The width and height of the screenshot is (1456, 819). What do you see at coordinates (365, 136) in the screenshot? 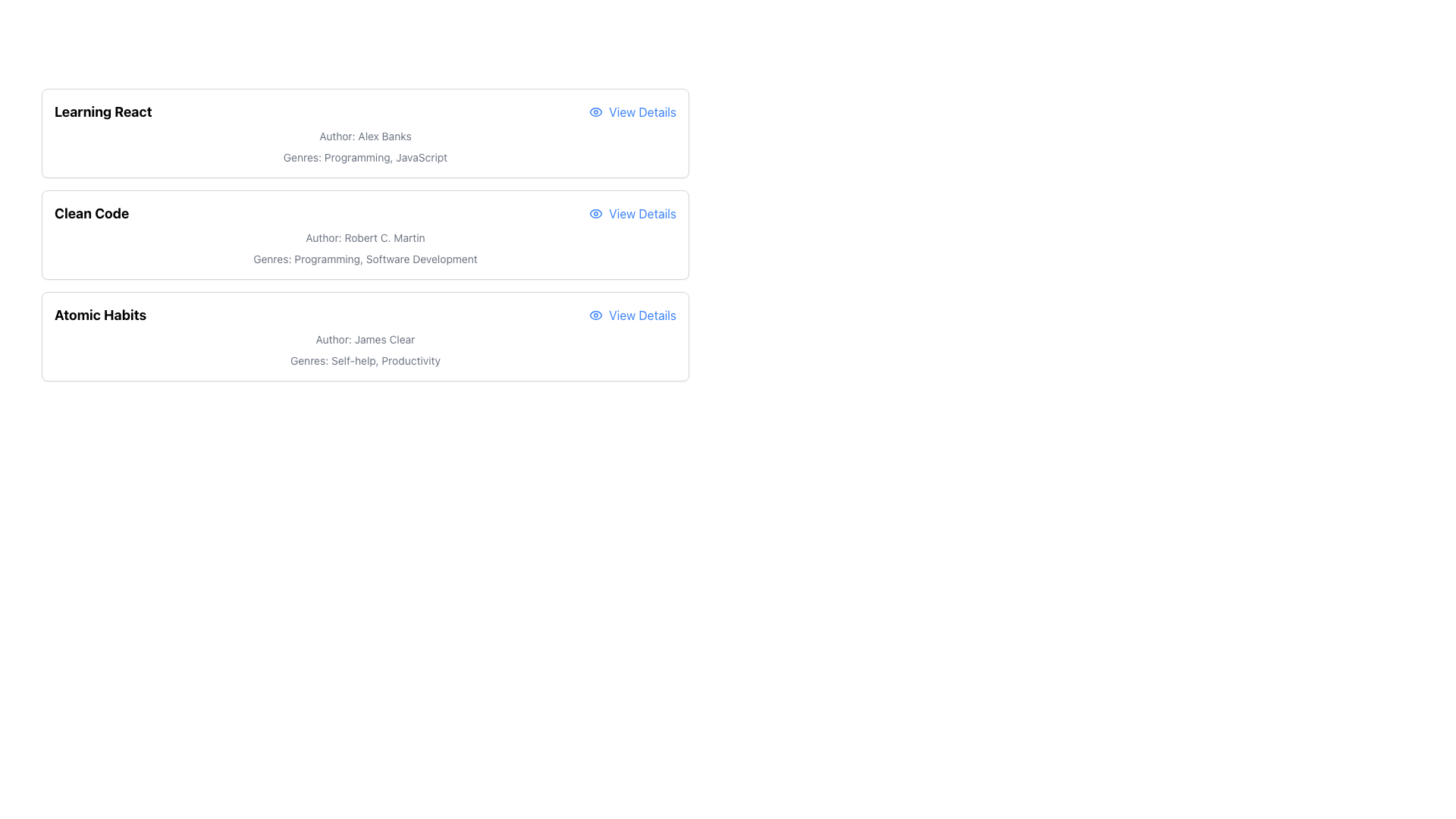
I see `the text label displaying 'Author: Alex Banks', which is styled in a small gray font and positioned below the title 'Learning React' and above the genre description` at bounding box center [365, 136].